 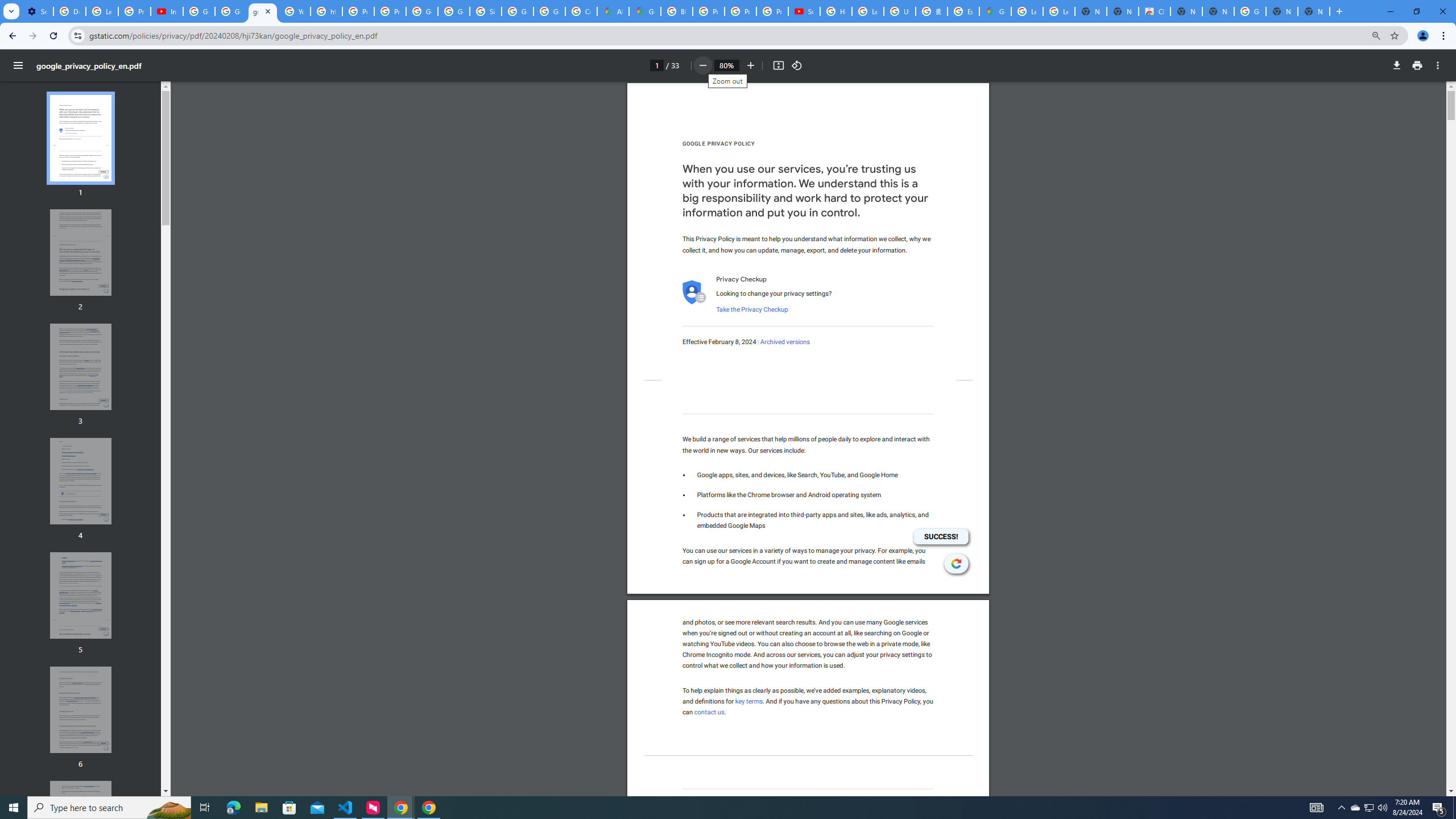 I want to click on 'key terms', so click(x=748, y=701).